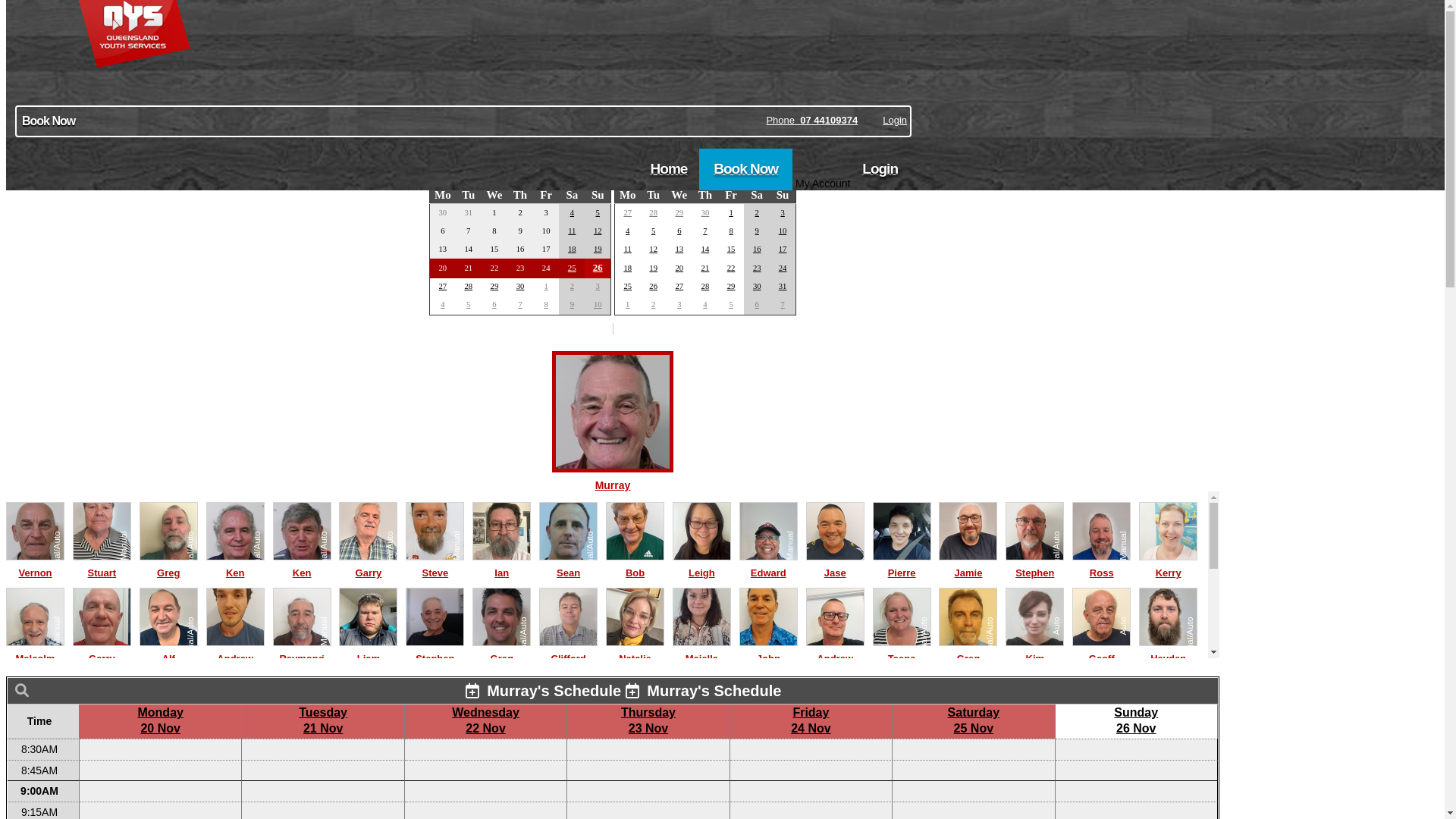 Image resolution: width=1456 pixels, height=819 pixels. What do you see at coordinates (782, 304) in the screenshot?
I see `'7'` at bounding box center [782, 304].